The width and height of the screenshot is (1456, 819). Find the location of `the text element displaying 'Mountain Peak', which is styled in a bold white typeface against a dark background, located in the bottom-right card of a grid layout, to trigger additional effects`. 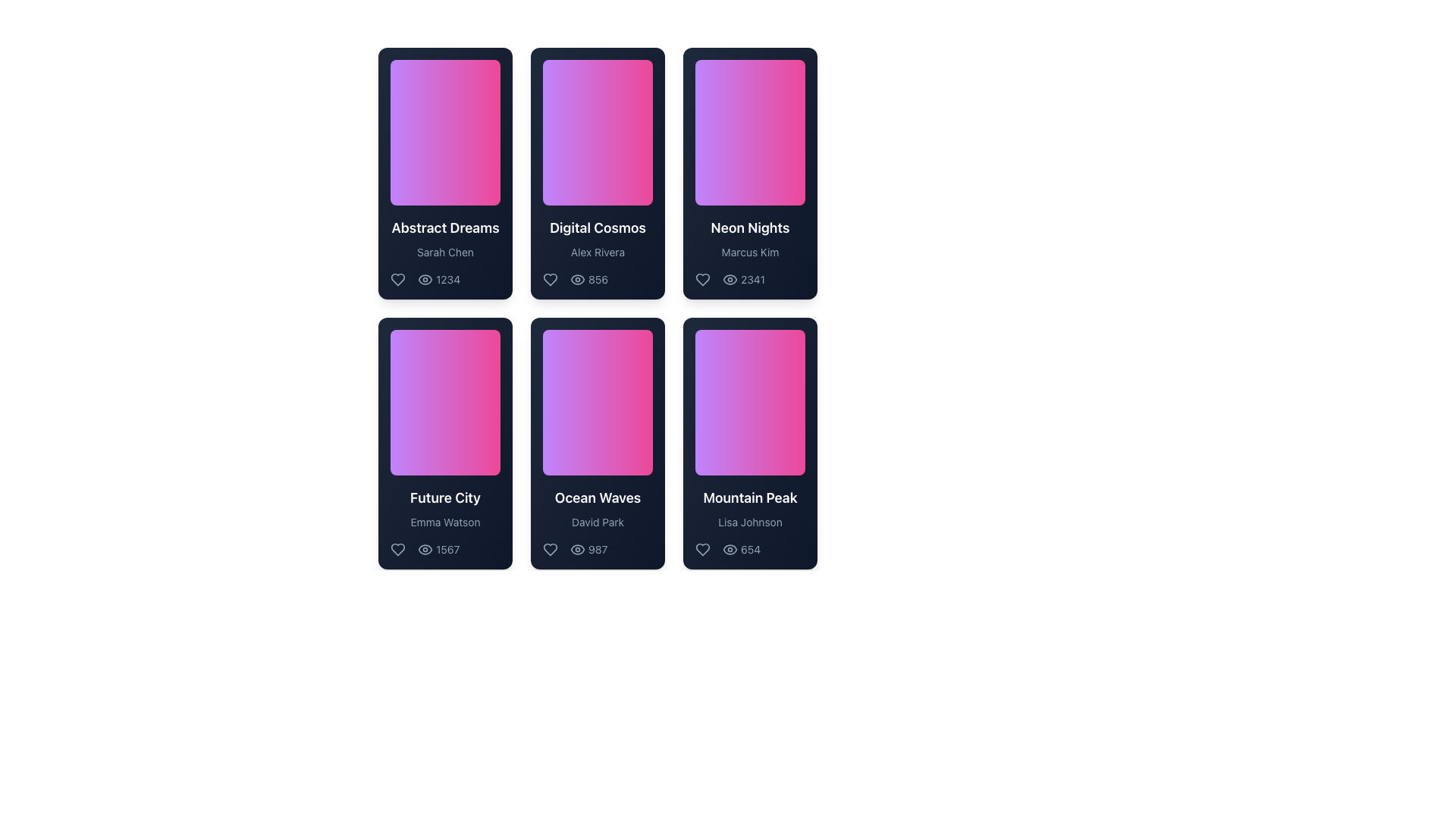

the text element displaying 'Mountain Peak', which is styled in a bold white typeface against a dark background, located in the bottom-right card of a grid layout, to trigger additional effects is located at coordinates (750, 497).